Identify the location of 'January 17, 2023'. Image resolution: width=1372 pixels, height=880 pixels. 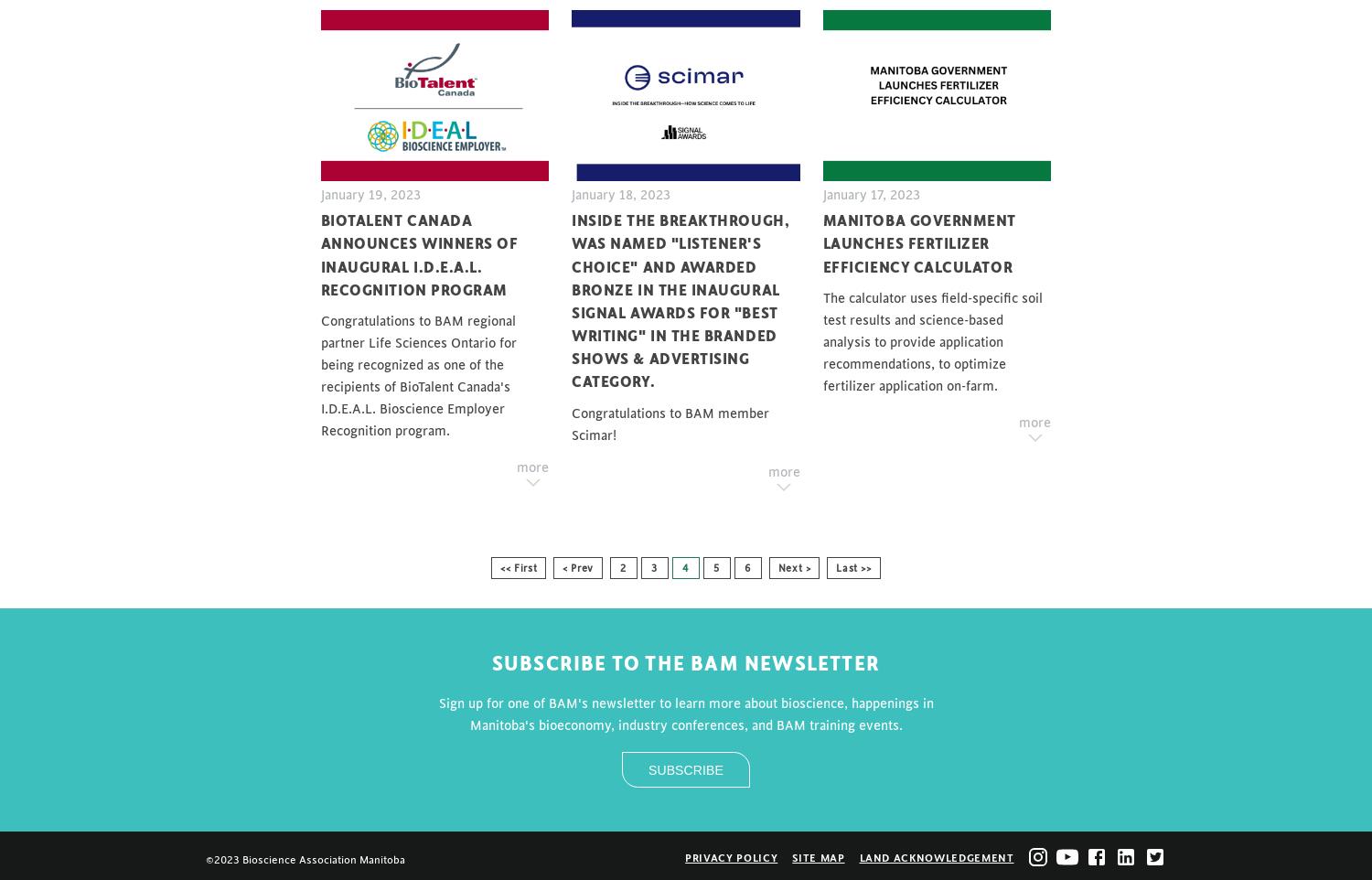
(870, 195).